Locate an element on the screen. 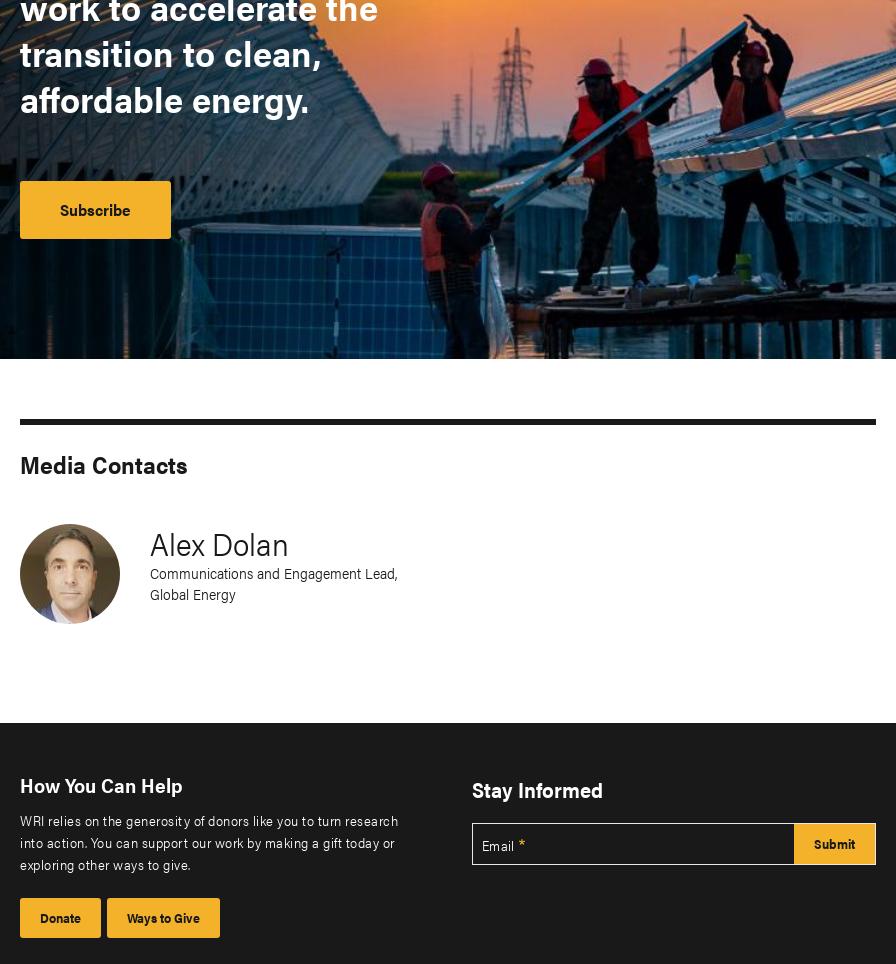  'Donate' is located at coordinates (39, 916).